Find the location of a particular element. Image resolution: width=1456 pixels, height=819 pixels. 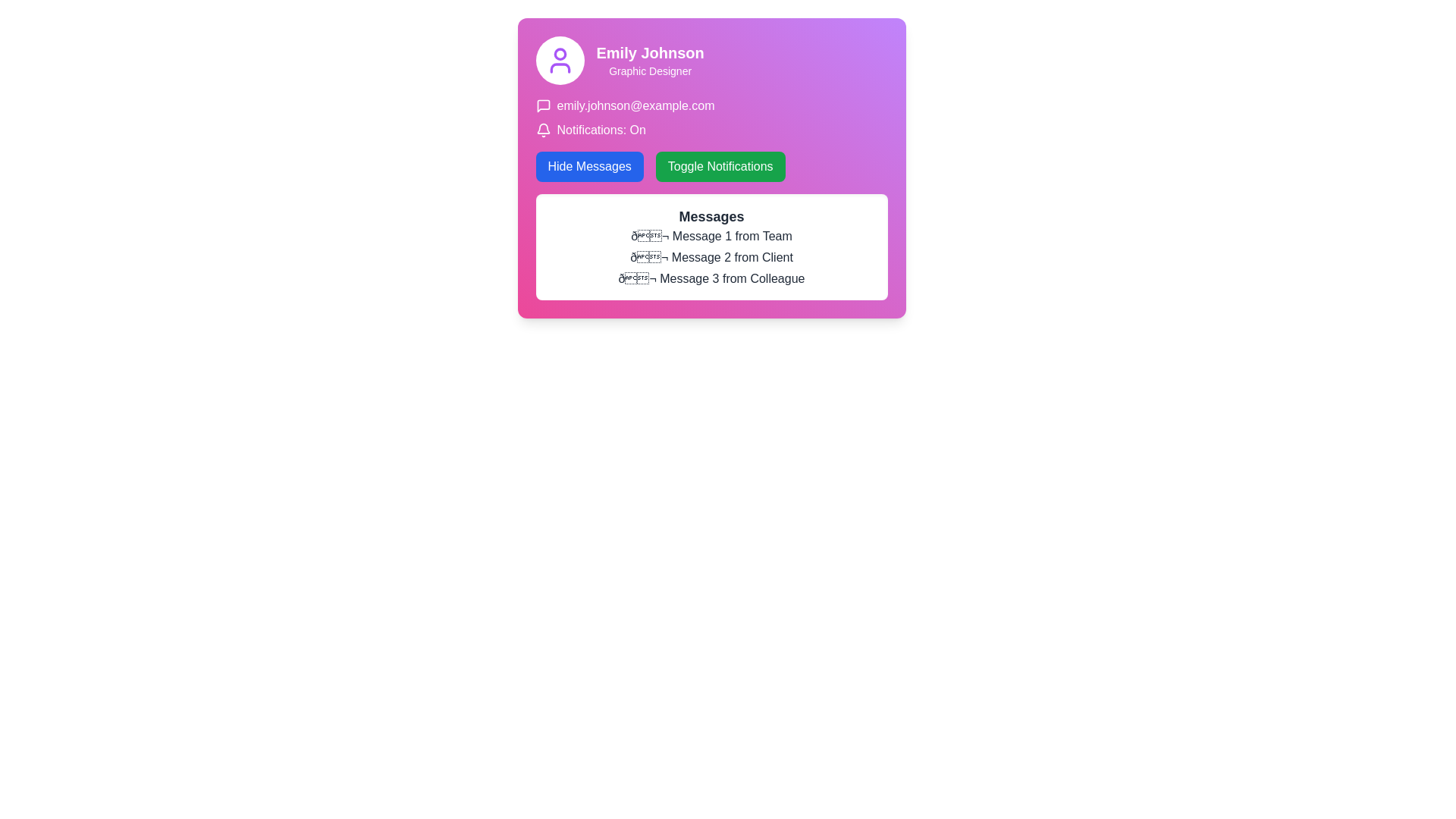

the static text label indicating the current state of notifications, which displays 'On', located to the right of the bell icon and beneath the user's email address is located at coordinates (601, 130).